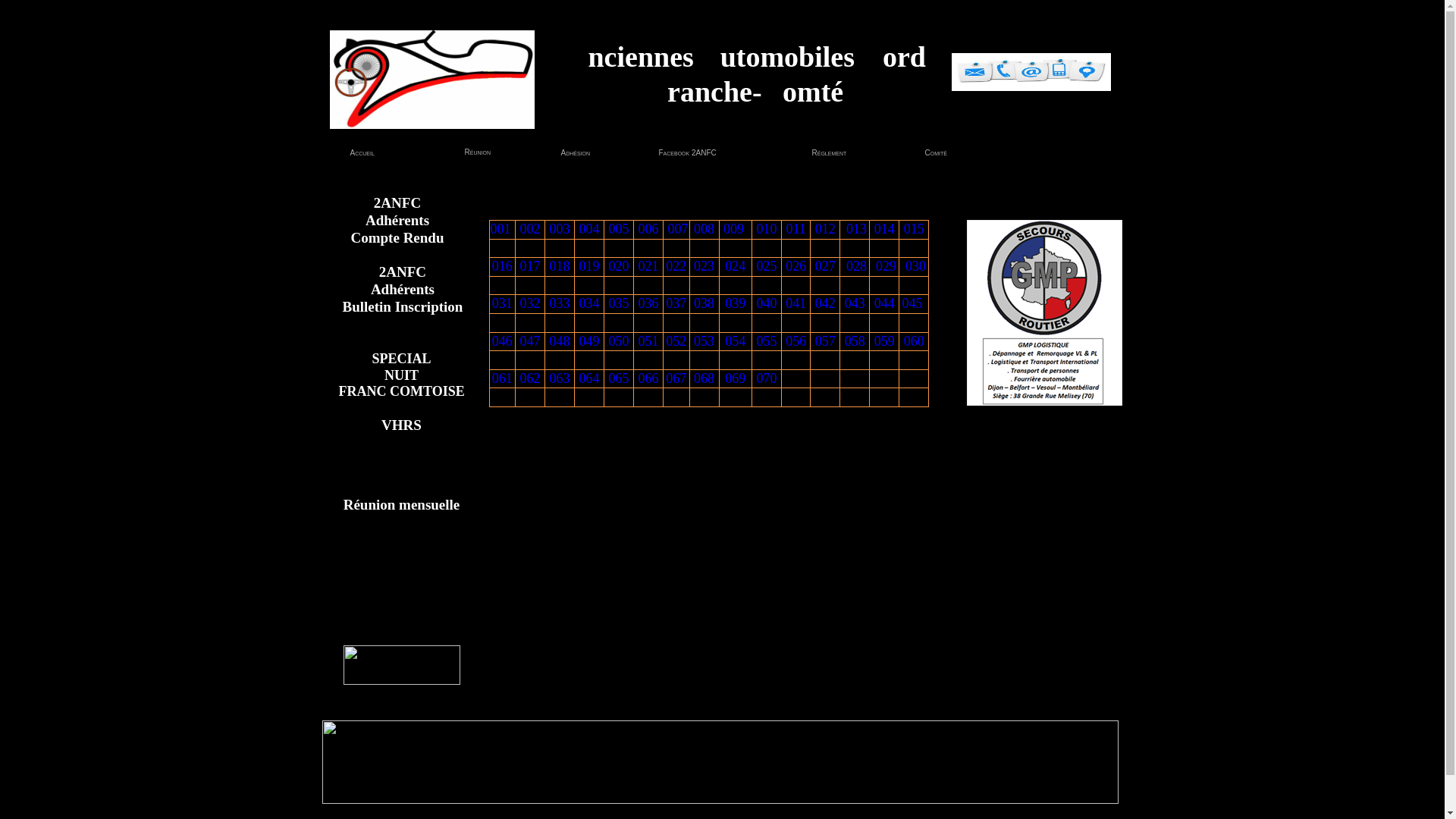 This screenshot has width=1456, height=819. I want to click on '038', so click(693, 303).